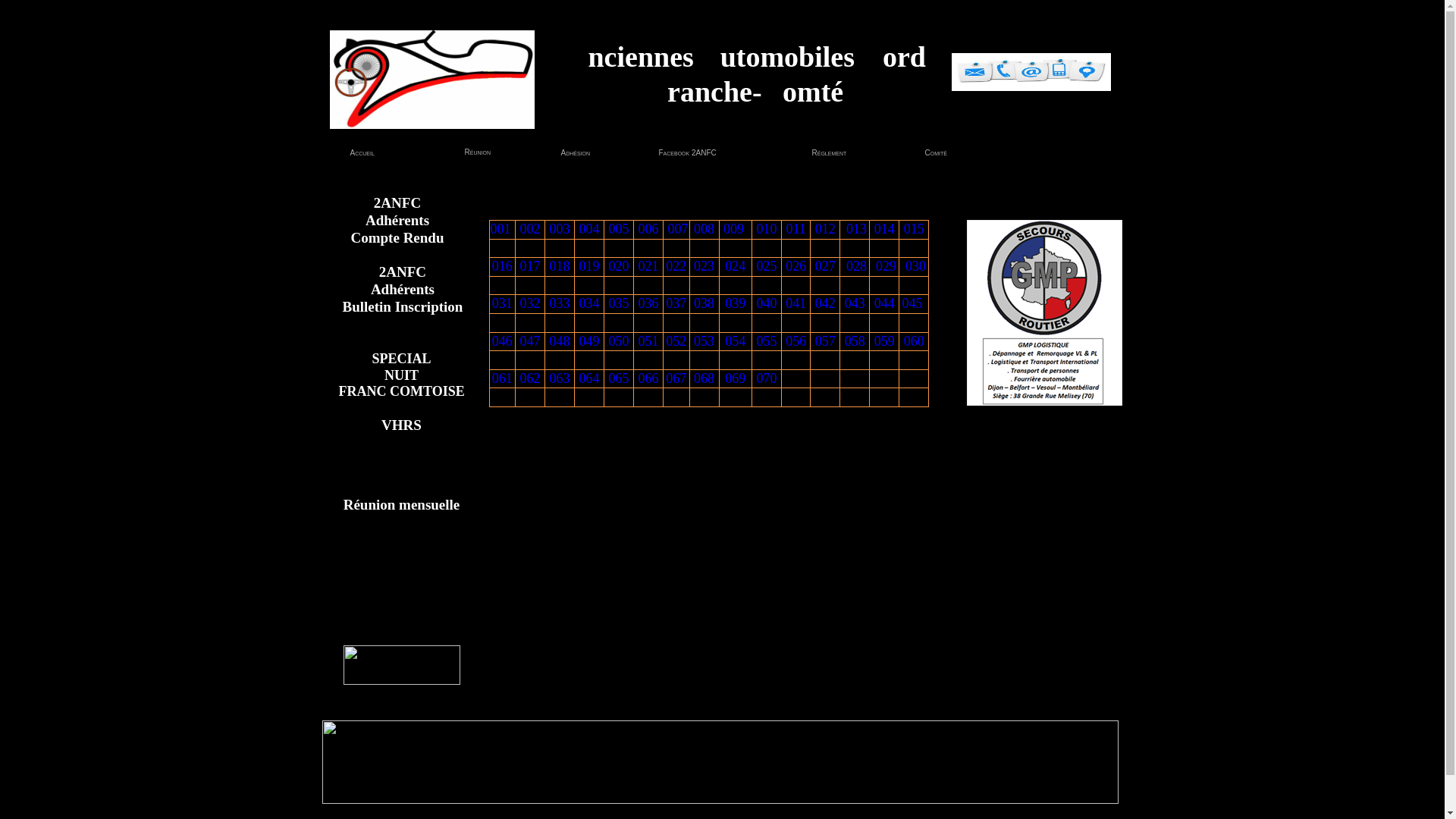 This screenshot has width=1456, height=819. I want to click on '038', so click(693, 303).